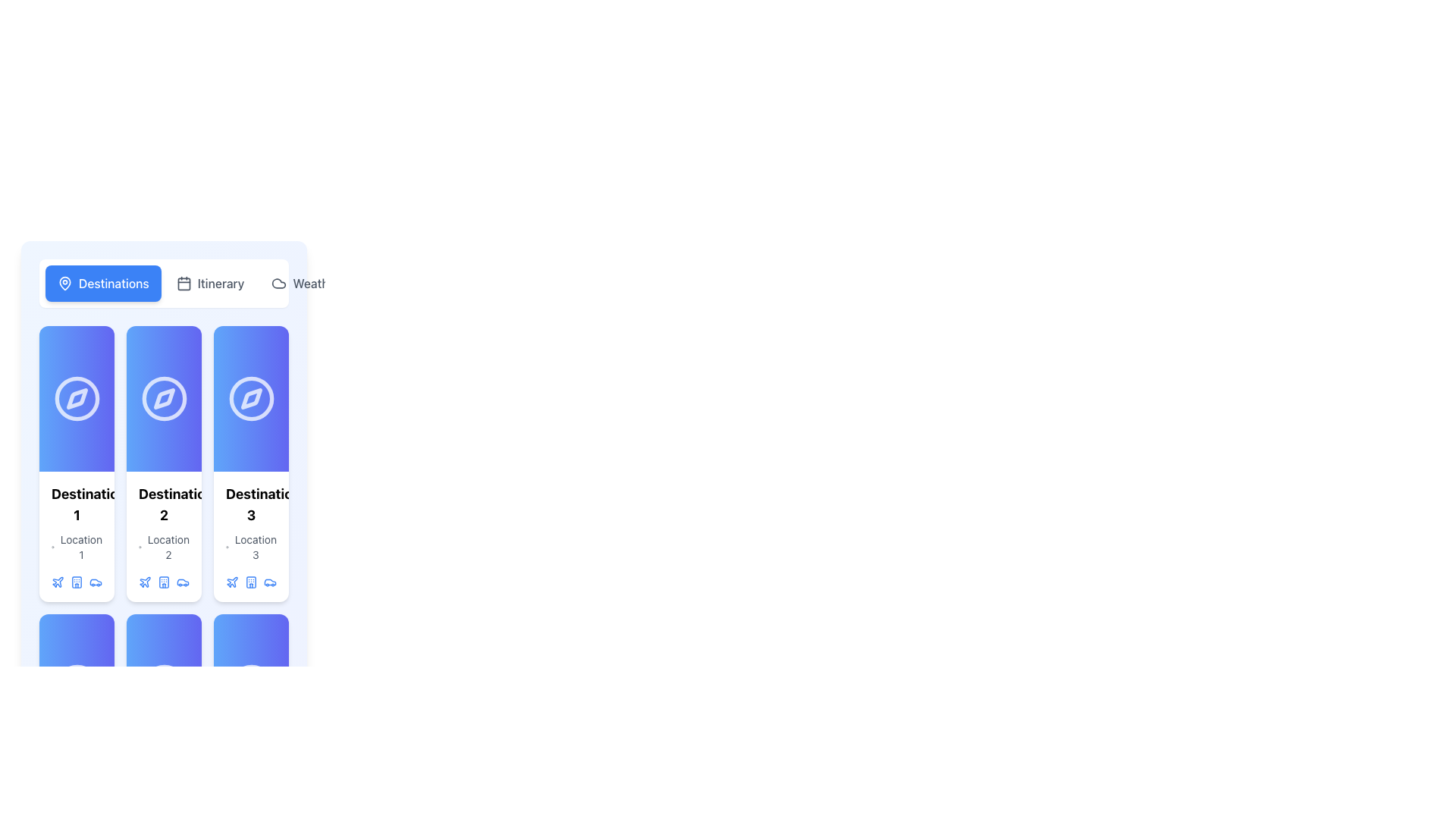 This screenshot has width=1456, height=819. I want to click on the visual representation of the location icon positioned to the left of 'Location 1' text in the 'Destinations' tab list, so click(52, 547).